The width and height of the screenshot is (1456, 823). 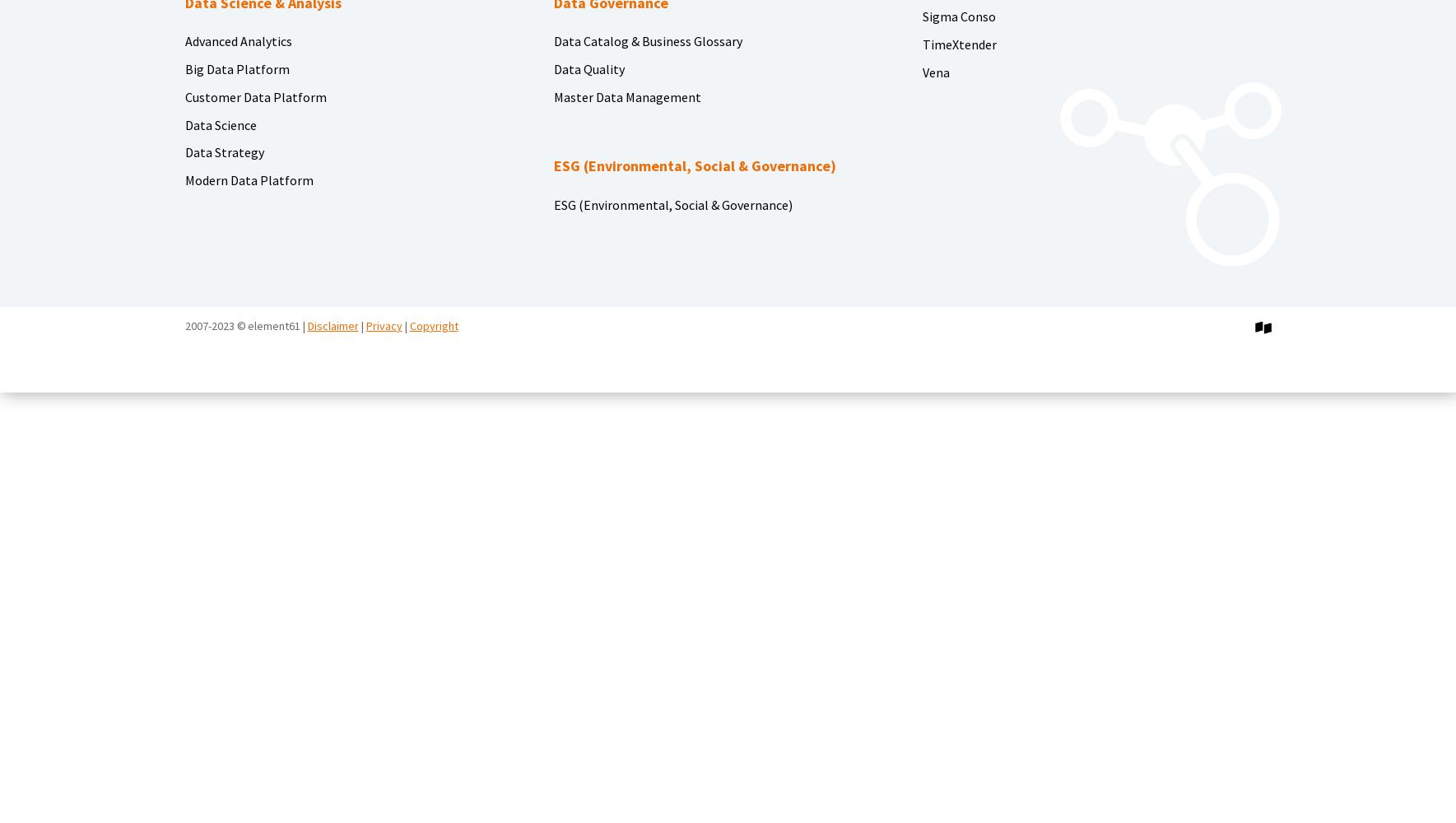 What do you see at coordinates (254, 95) in the screenshot?
I see `'Customer Data Platform'` at bounding box center [254, 95].